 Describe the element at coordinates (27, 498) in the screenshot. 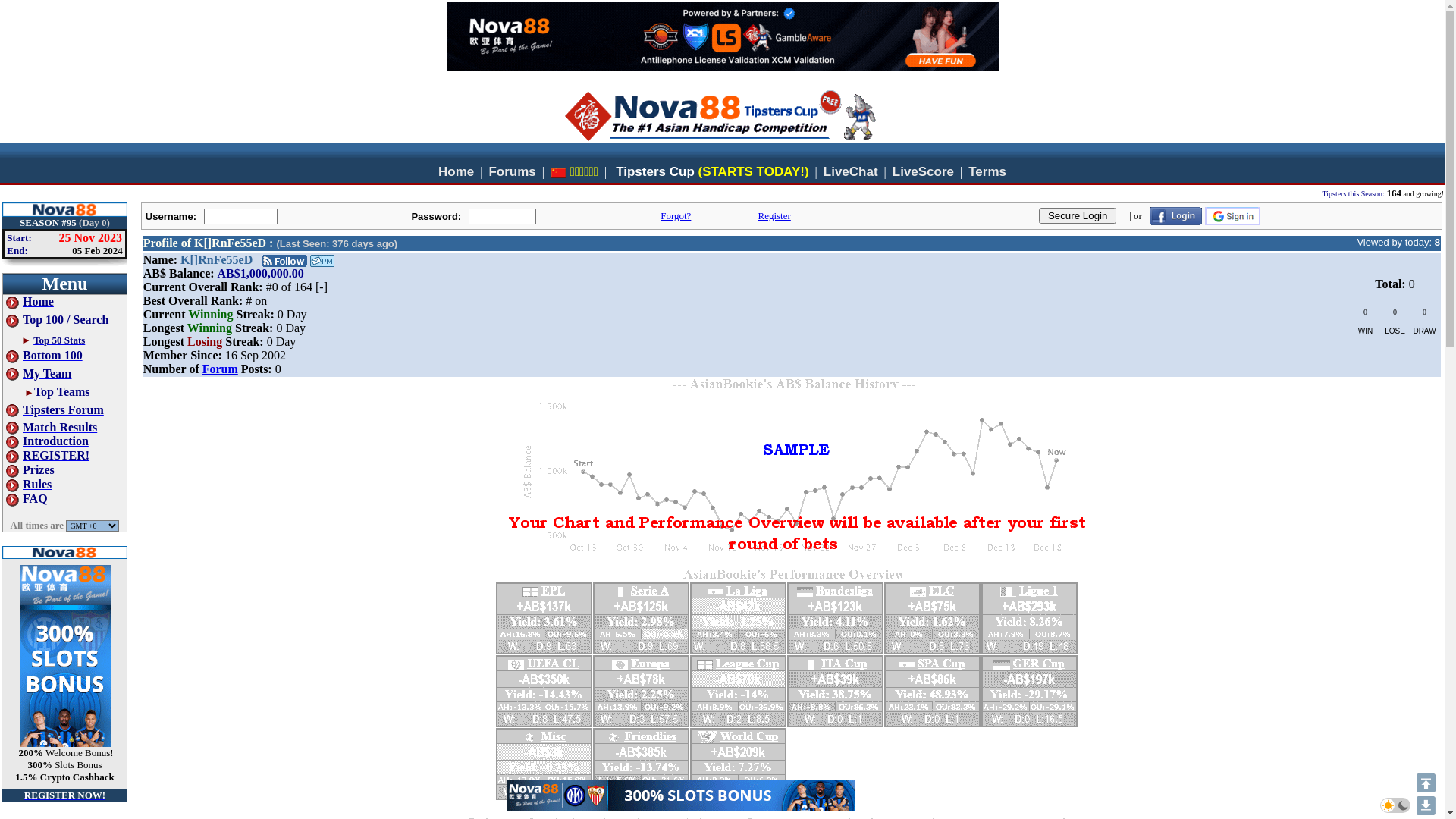

I see `'FAQ'` at that location.